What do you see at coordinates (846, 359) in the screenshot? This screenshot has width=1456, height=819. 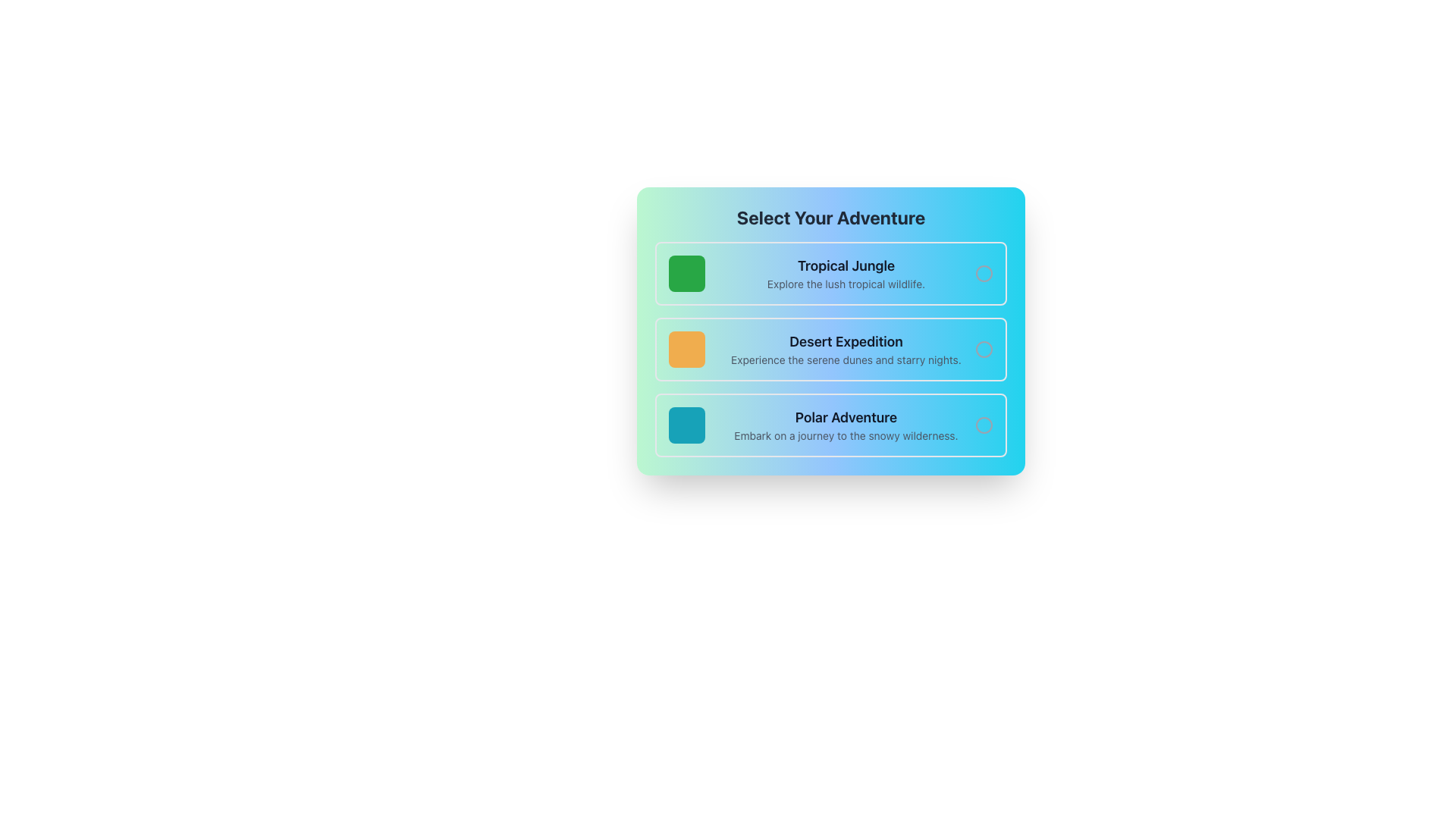 I see `the text paragraph that displays 'Experience the serene dunes and starry nights.' which is styled with a smaller font size and gray color, located beneath the title 'Desert Expedition'` at bounding box center [846, 359].